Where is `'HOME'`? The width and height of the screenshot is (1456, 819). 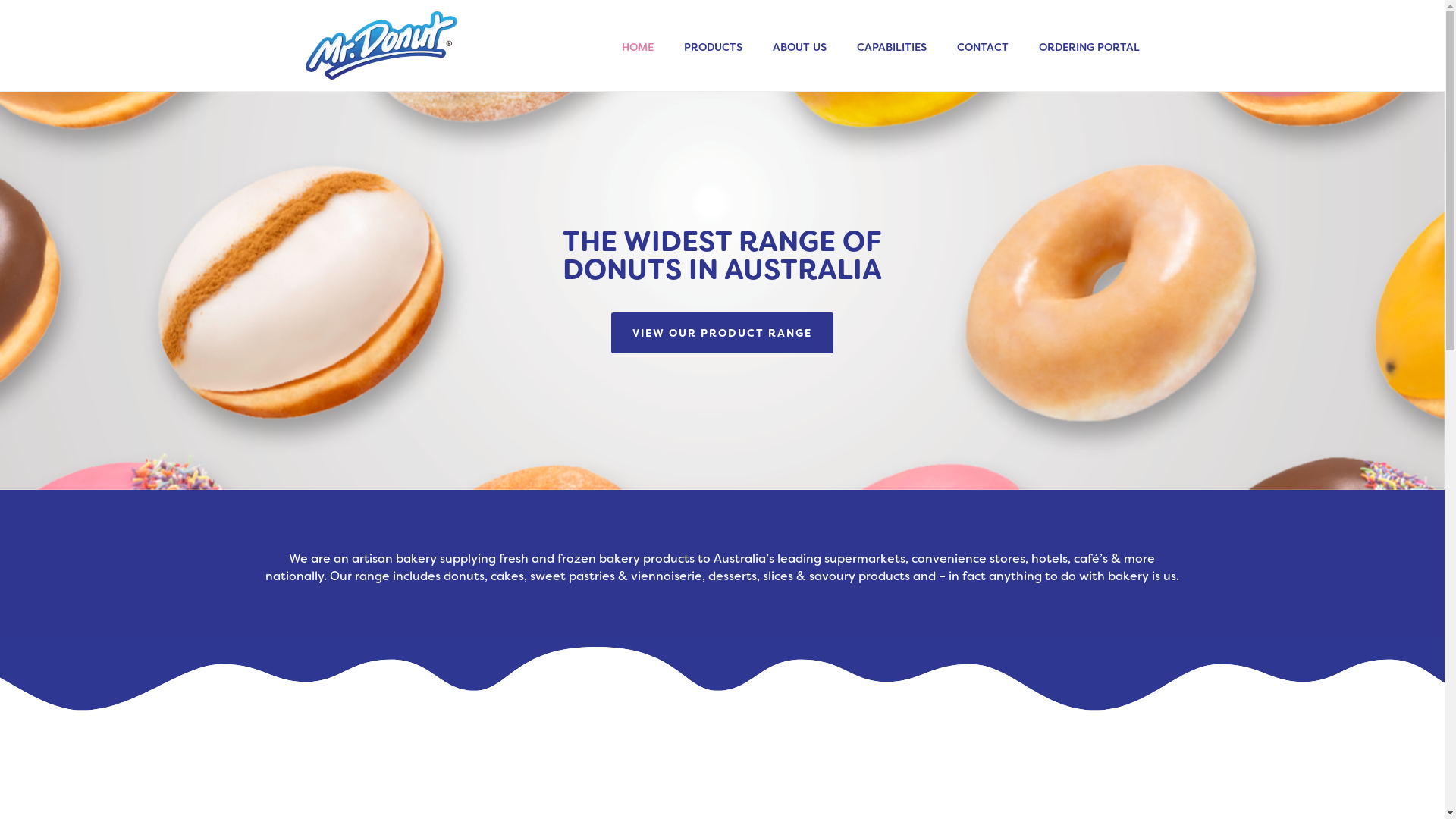
'HOME' is located at coordinates (637, 45).